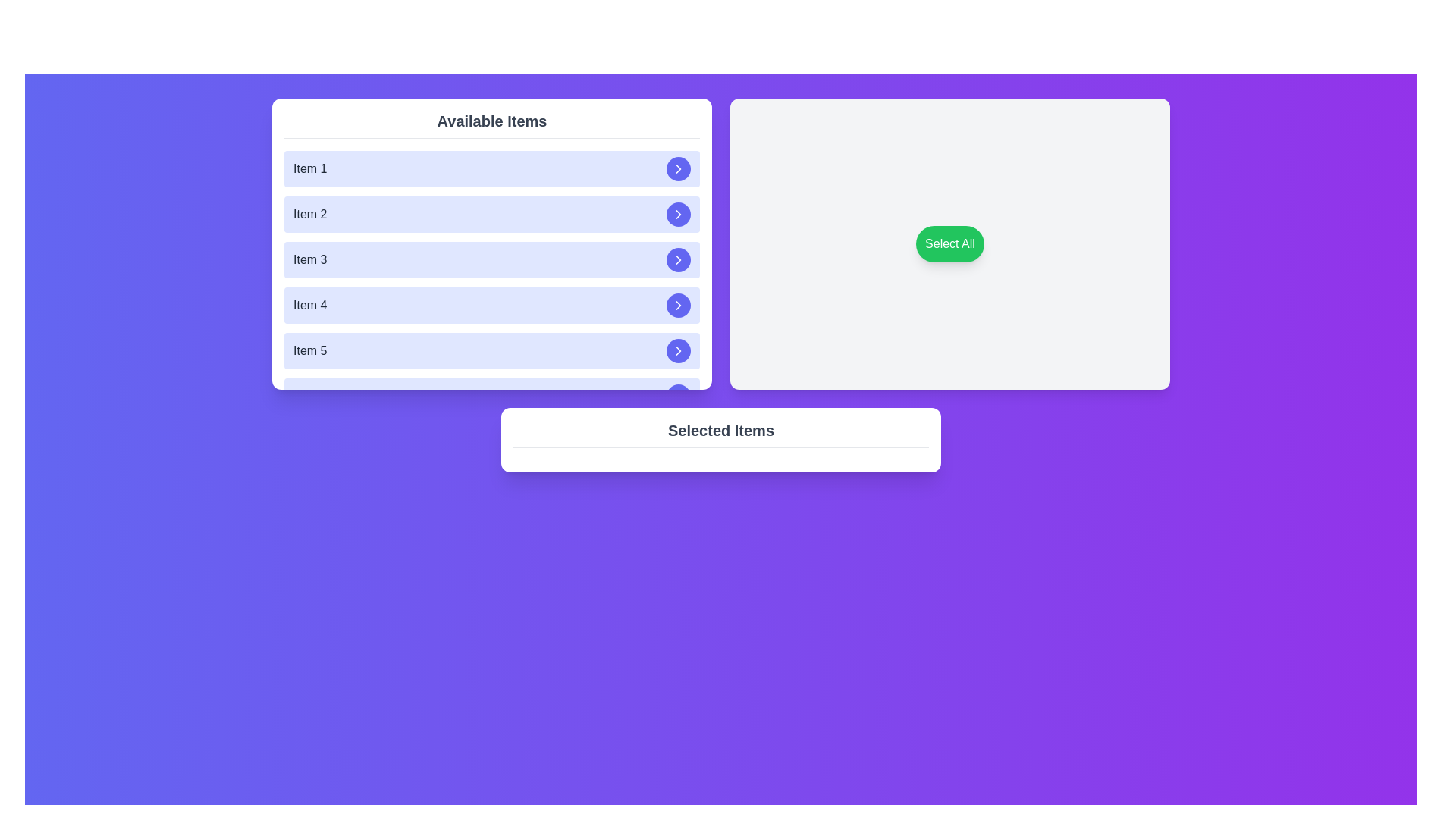  What do you see at coordinates (677, 169) in the screenshot?
I see `the first chevron-right icon adjacent to 'Item 1' in the list of 'Available Items'` at bounding box center [677, 169].